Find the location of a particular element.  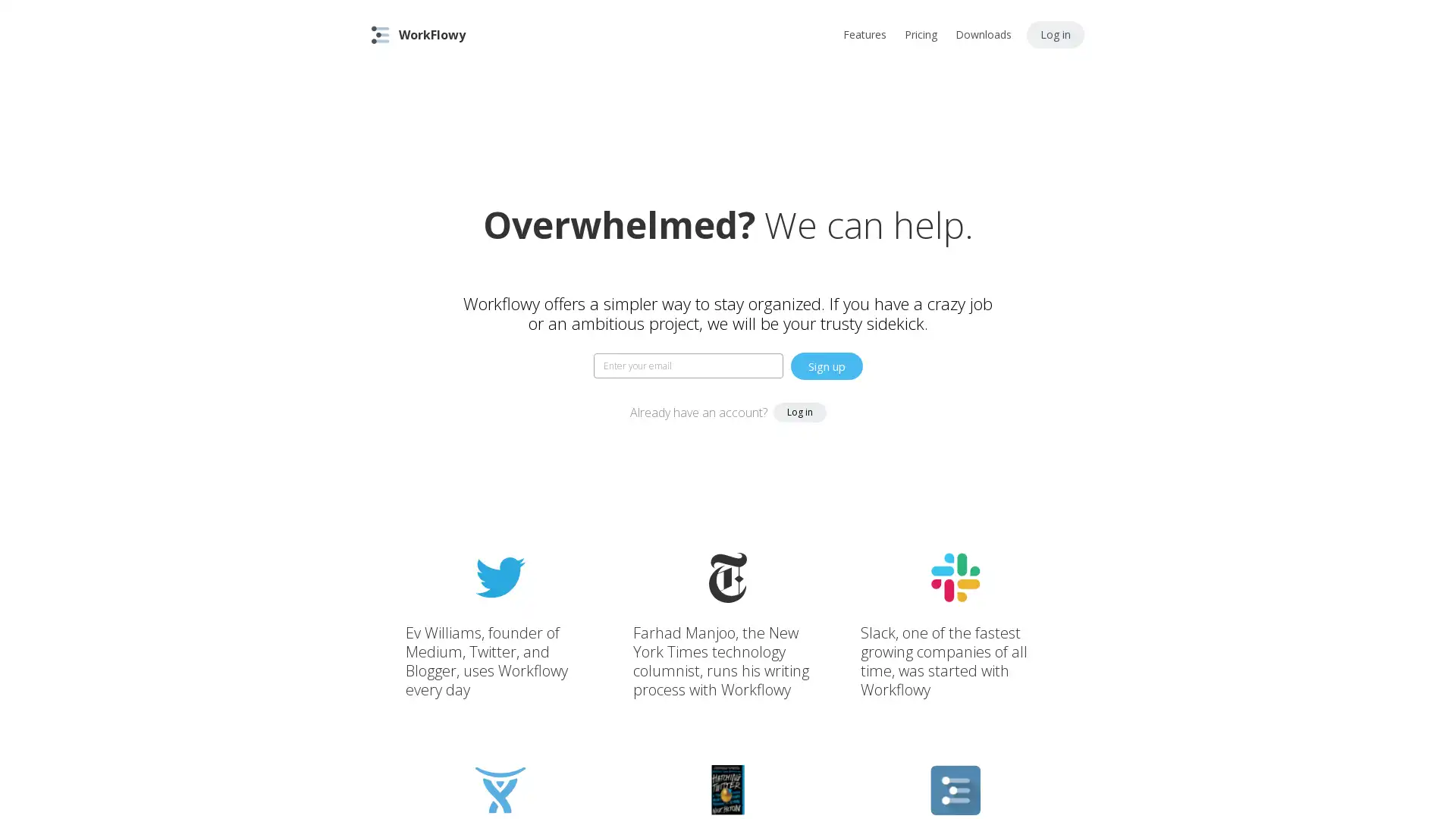

Sign up is located at coordinates (825, 366).